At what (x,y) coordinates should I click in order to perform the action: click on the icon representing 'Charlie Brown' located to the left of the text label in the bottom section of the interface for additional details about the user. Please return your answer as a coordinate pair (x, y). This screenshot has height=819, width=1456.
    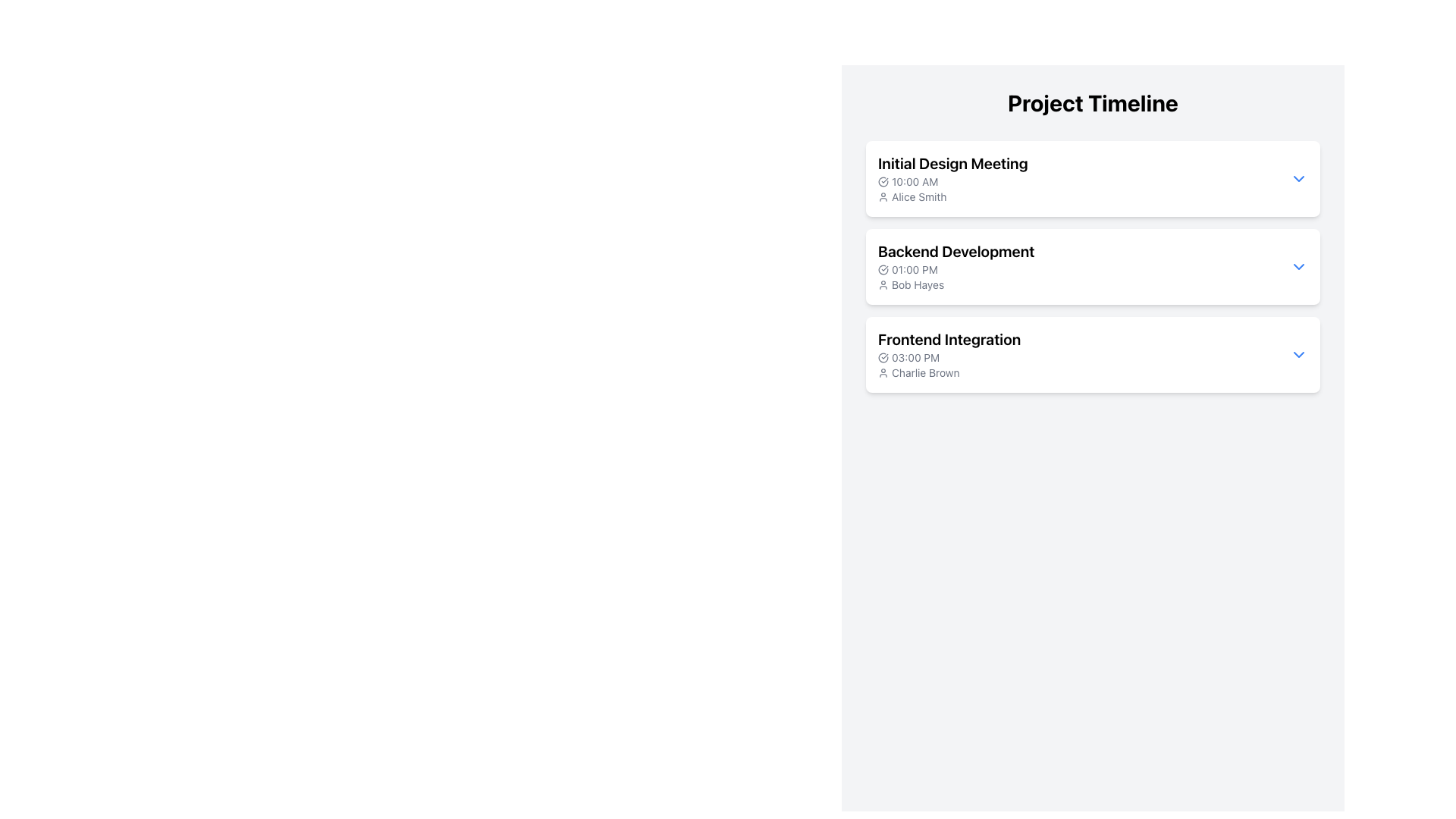
    Looking at the image, I should click on (883, 373).